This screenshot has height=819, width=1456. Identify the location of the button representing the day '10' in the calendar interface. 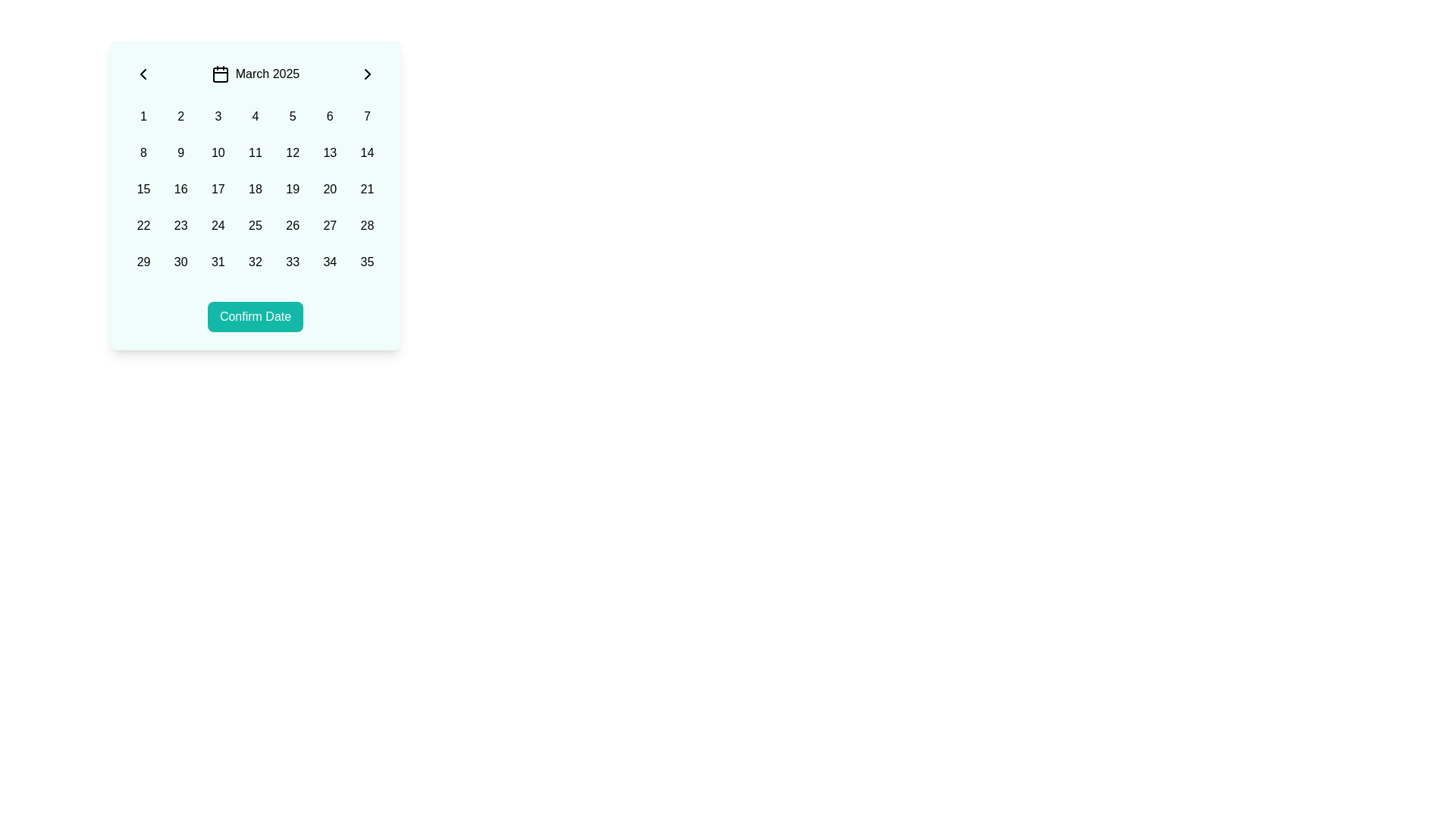
(217, 152).